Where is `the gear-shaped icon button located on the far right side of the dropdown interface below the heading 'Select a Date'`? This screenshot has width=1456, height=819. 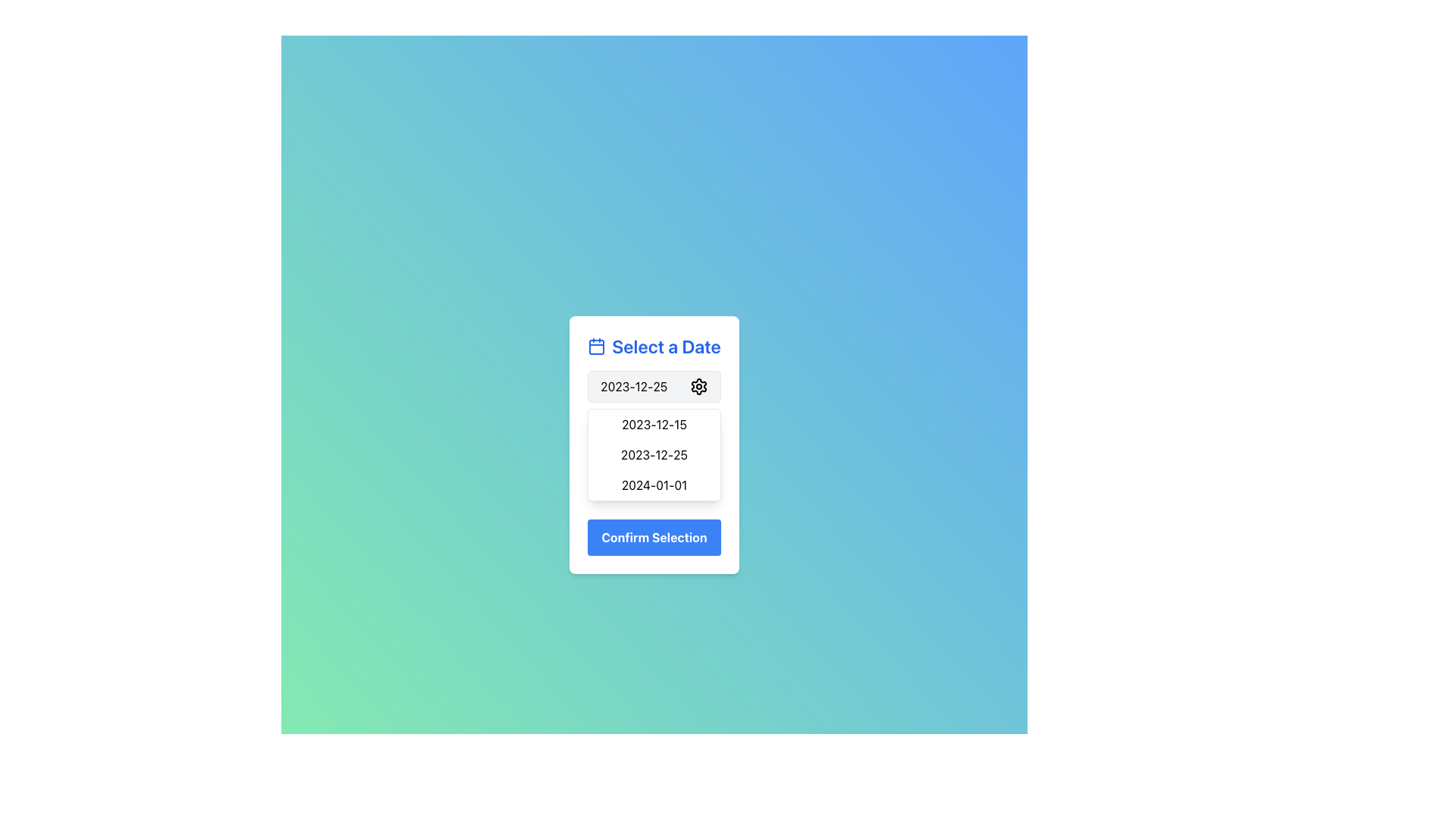
the gear-shaped icon button located on the far right side of the dropdown interface below the heading 'Select a Date' is located at coordinates (698, 385).